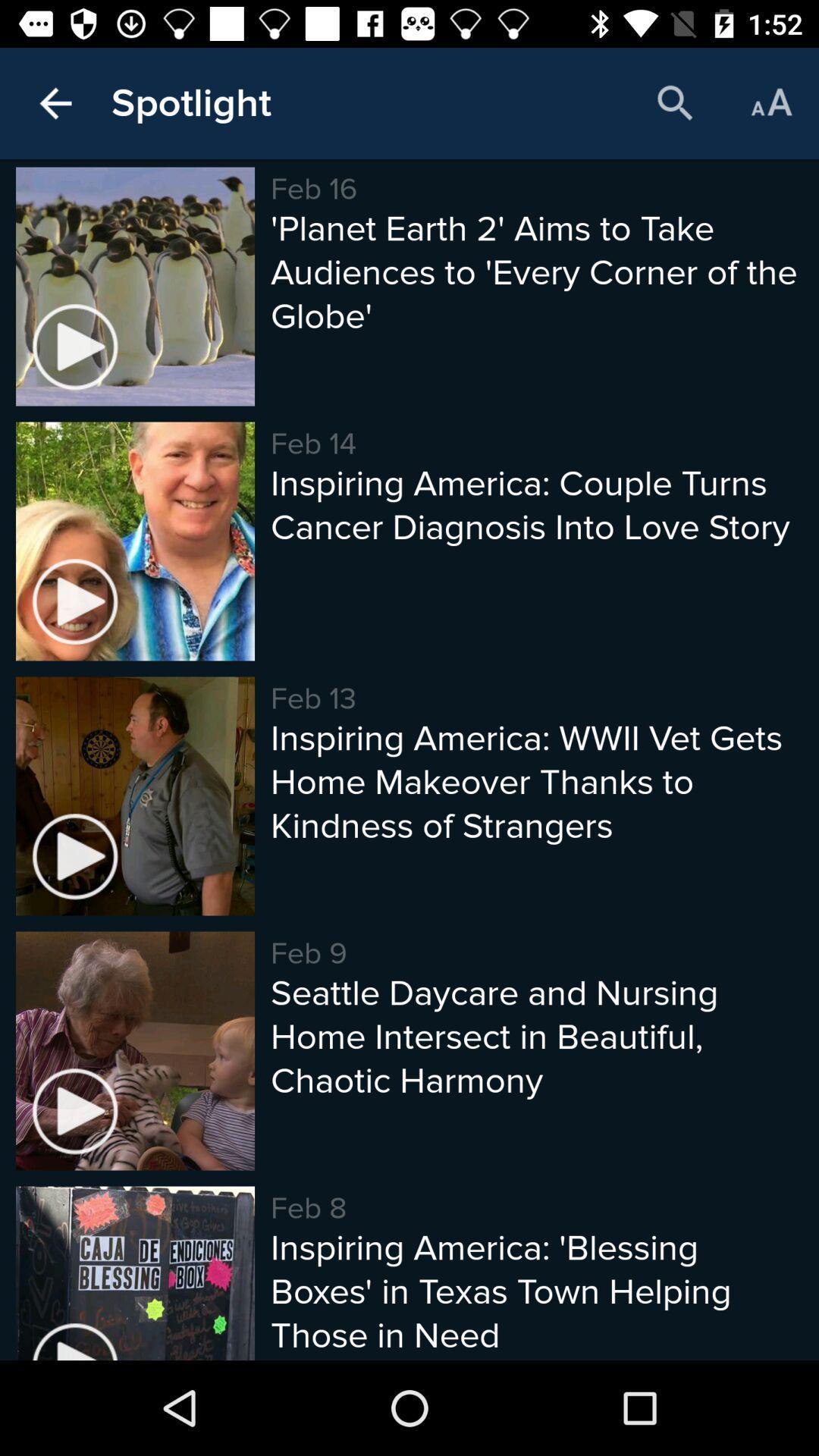 This screenshot has width=819, height=1456. Describe the element at coordinates (675, 102) in the screenshot. I see `item next to the spotlight icon` at that location.